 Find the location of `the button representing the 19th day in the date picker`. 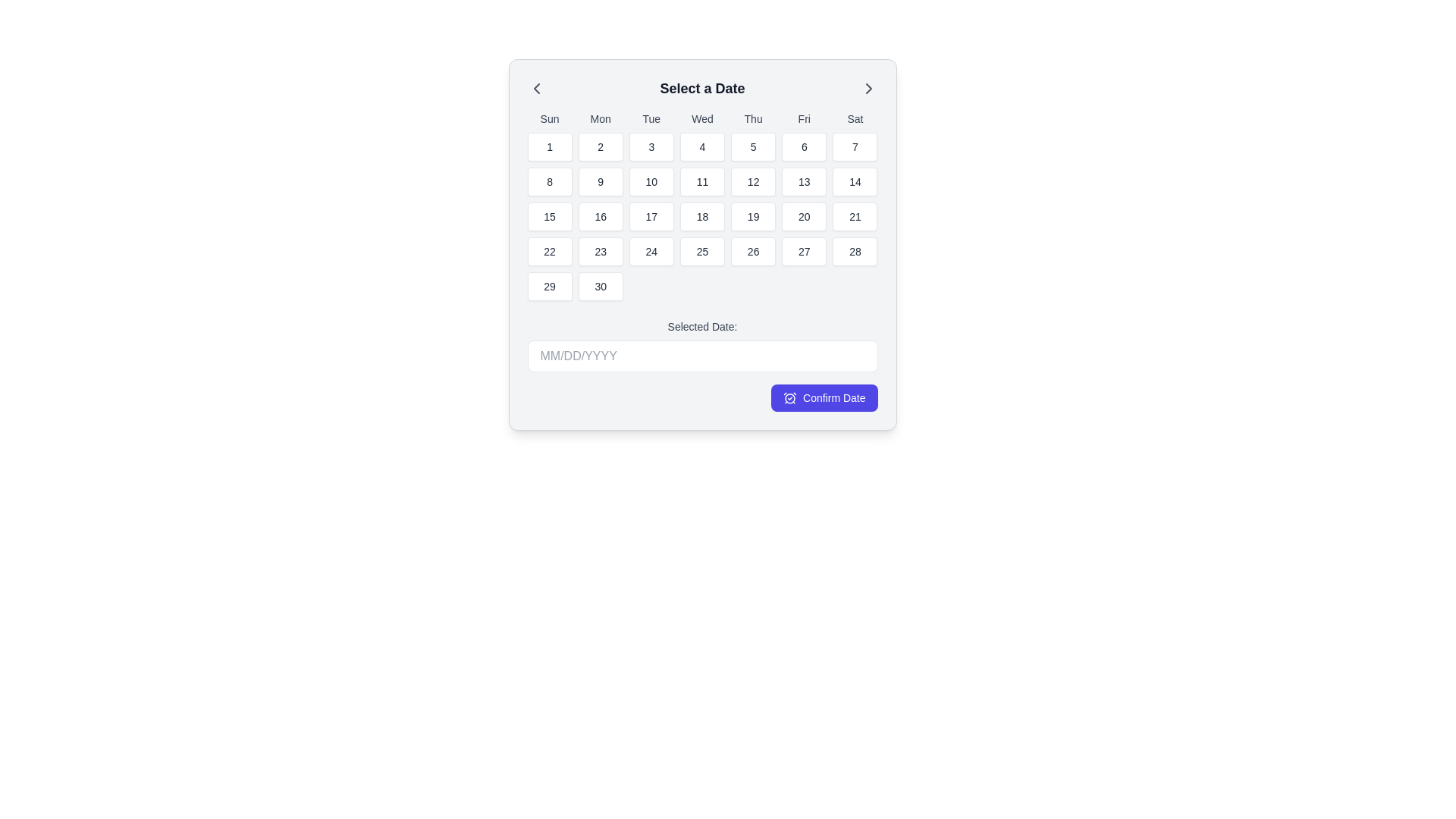

the button representing the 19th day in the date picker is located at coordinates (753, 216).